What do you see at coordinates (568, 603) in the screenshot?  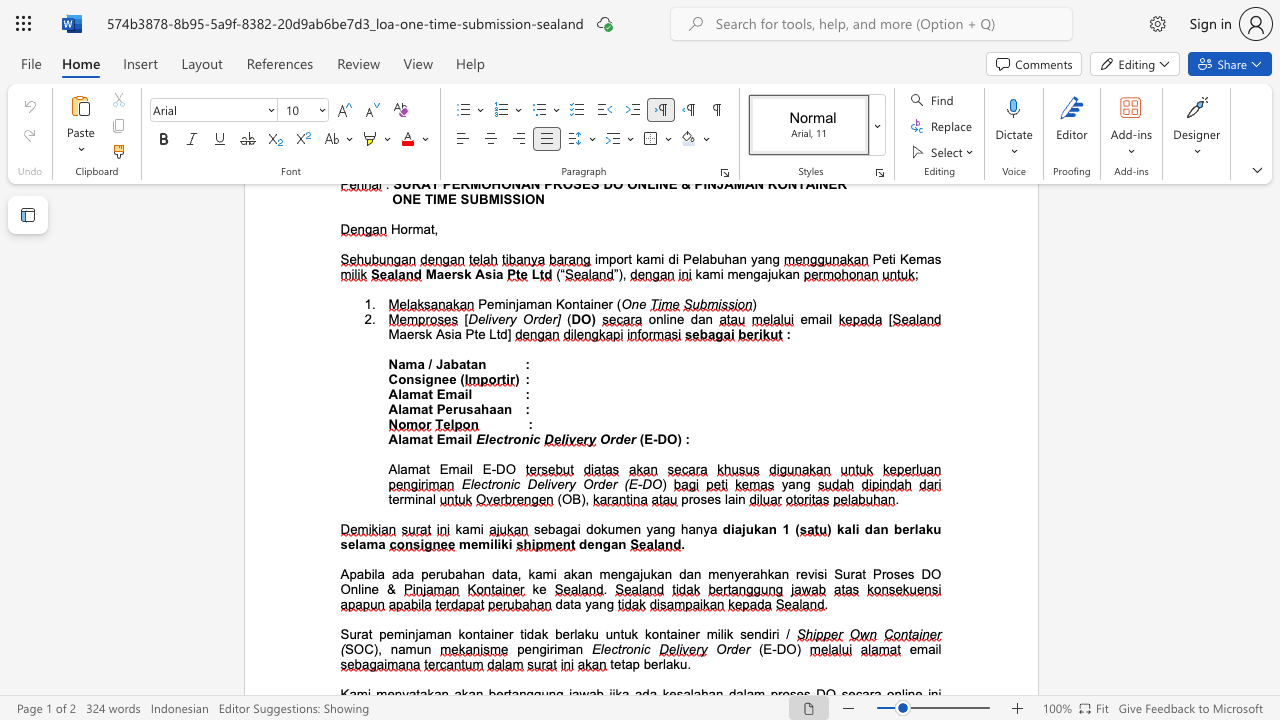 I see `the space between the continuous character "a" and "t" in the text` at bounding box center [568, 603].